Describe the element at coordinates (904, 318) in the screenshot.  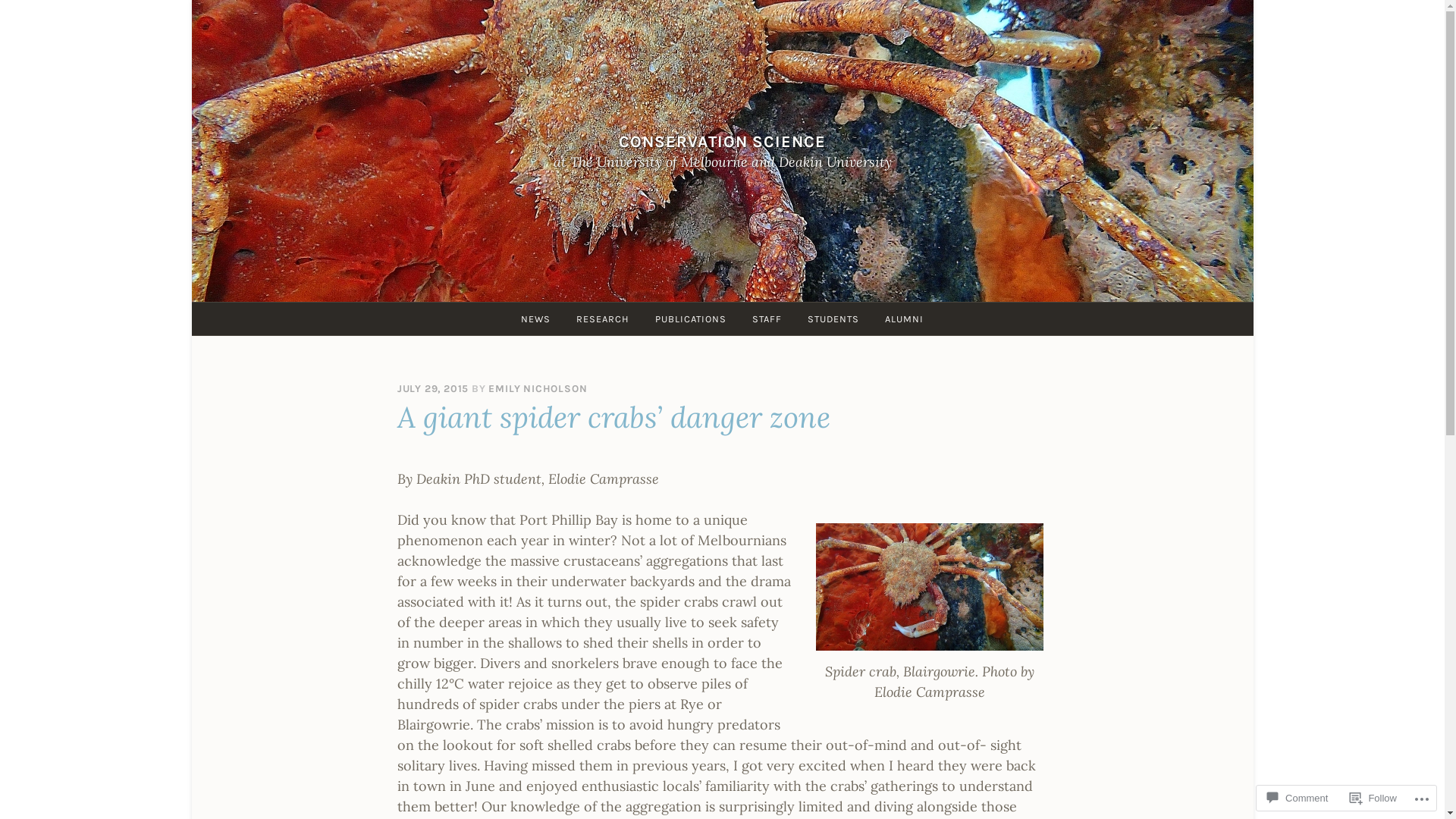
I see `'ALUMNI'` at that location.